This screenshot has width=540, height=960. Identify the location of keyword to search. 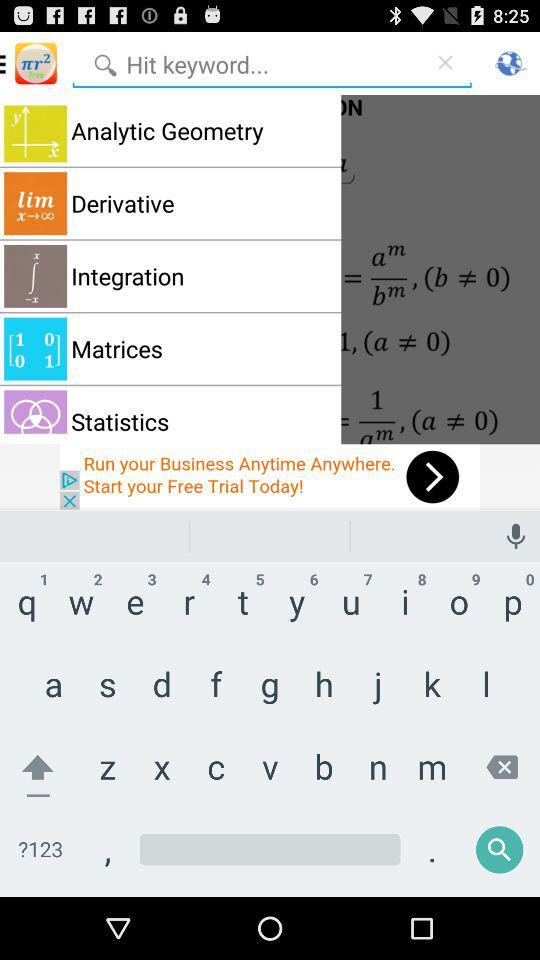
(247, 61).